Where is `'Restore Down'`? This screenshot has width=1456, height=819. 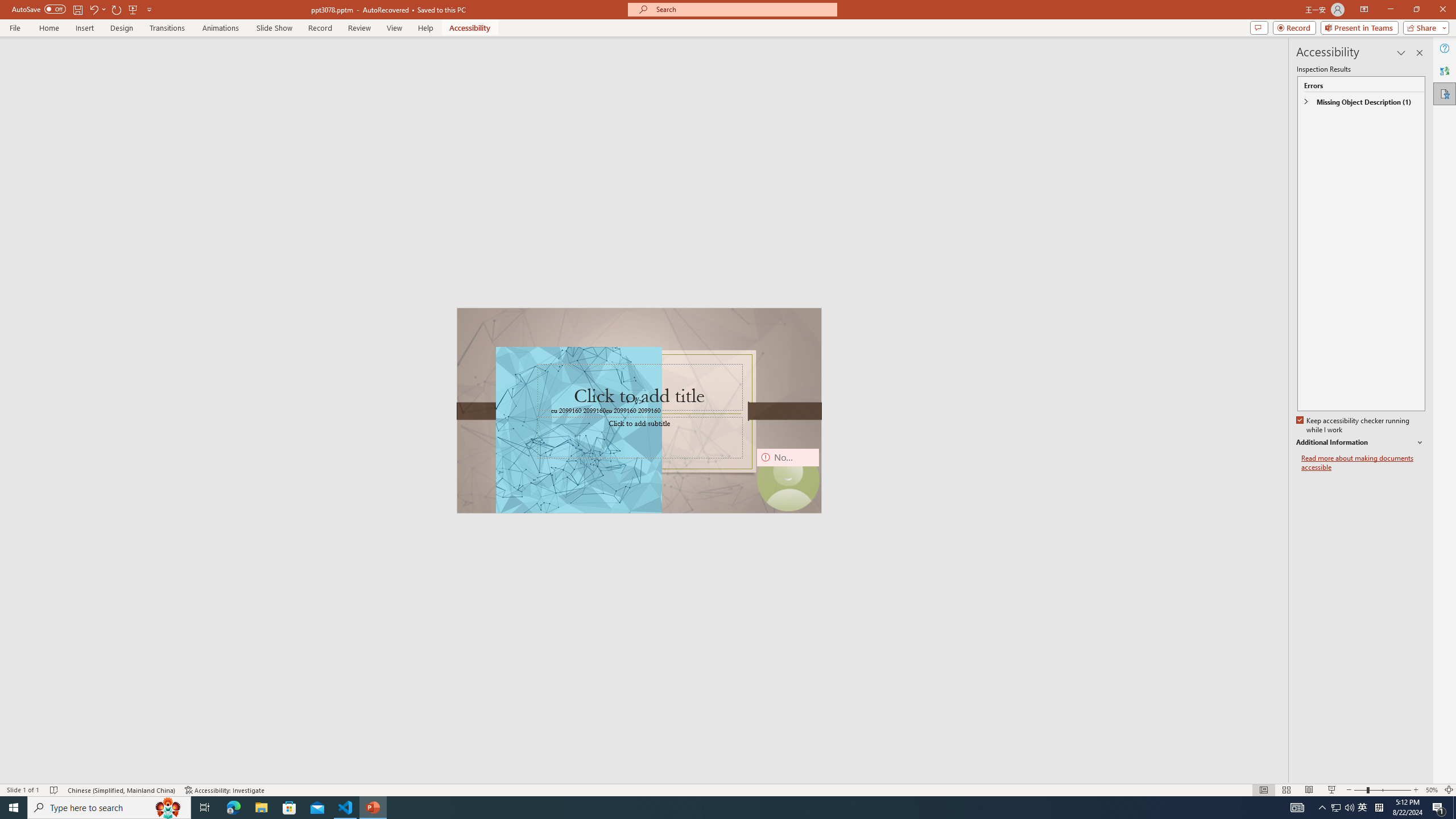
'Restore Down' is located at coordinates (1416, 9).